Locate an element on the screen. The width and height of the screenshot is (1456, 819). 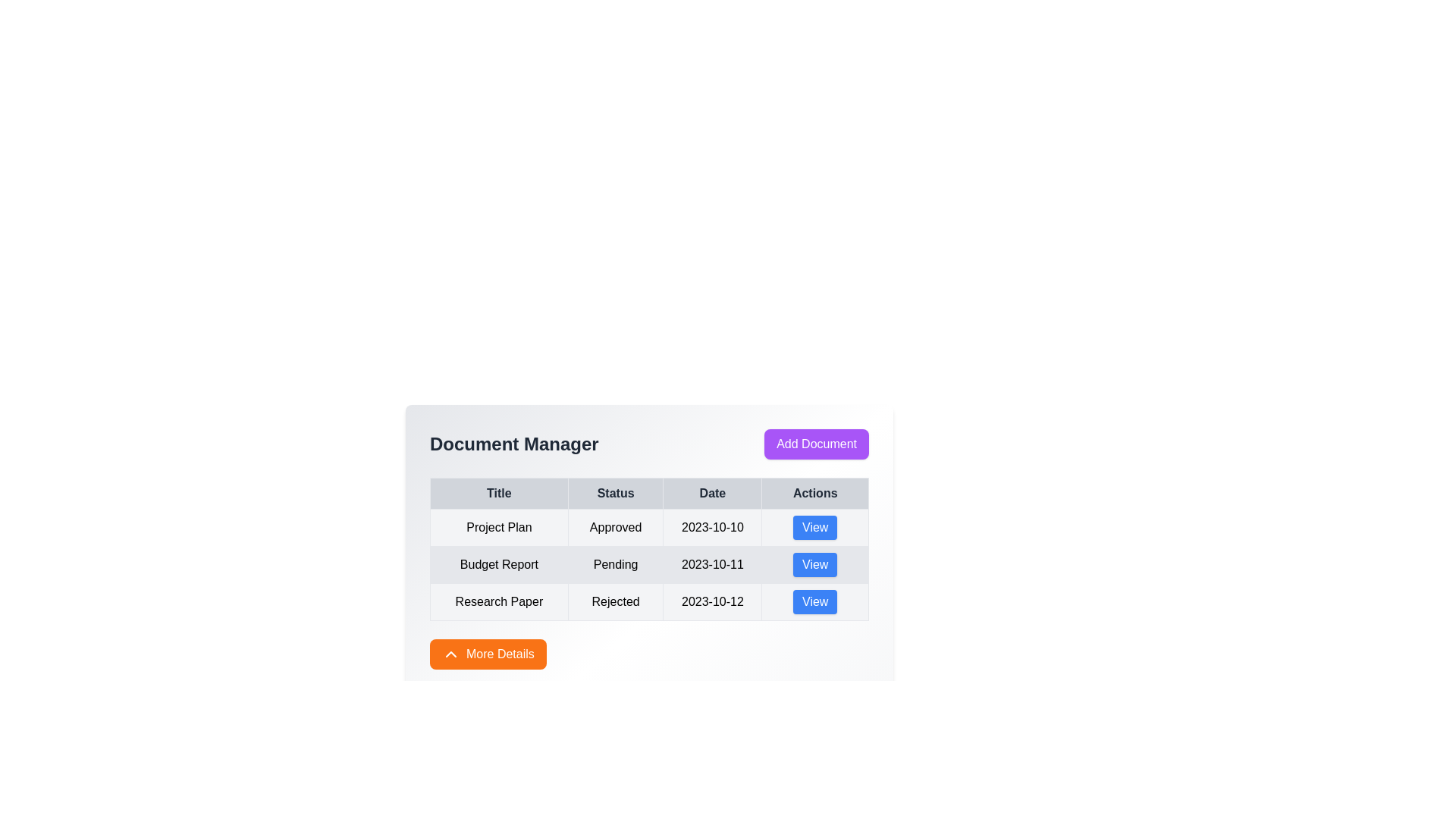
the blue button labeled 'View' located in the last column under the 'Actions' header for the 'Research Paper' row is located at coordinates (814, 601).